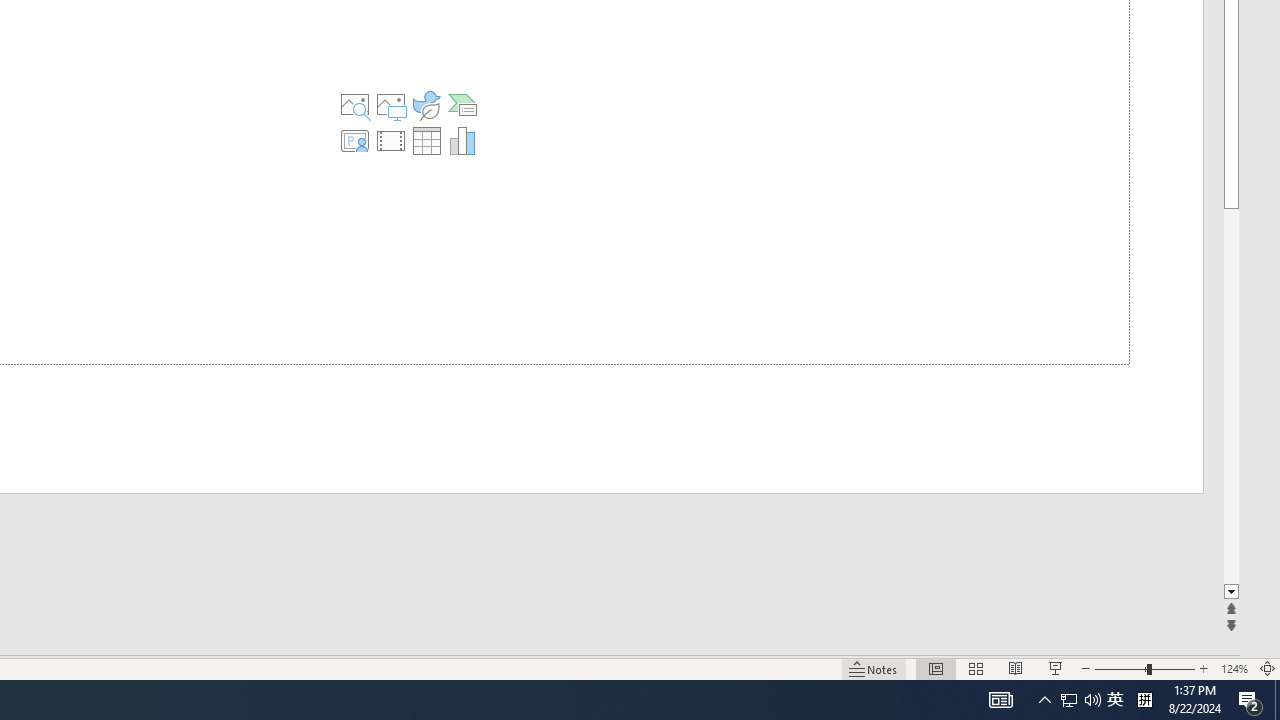  I want to click on 'Stock Images', so click(355, 105).